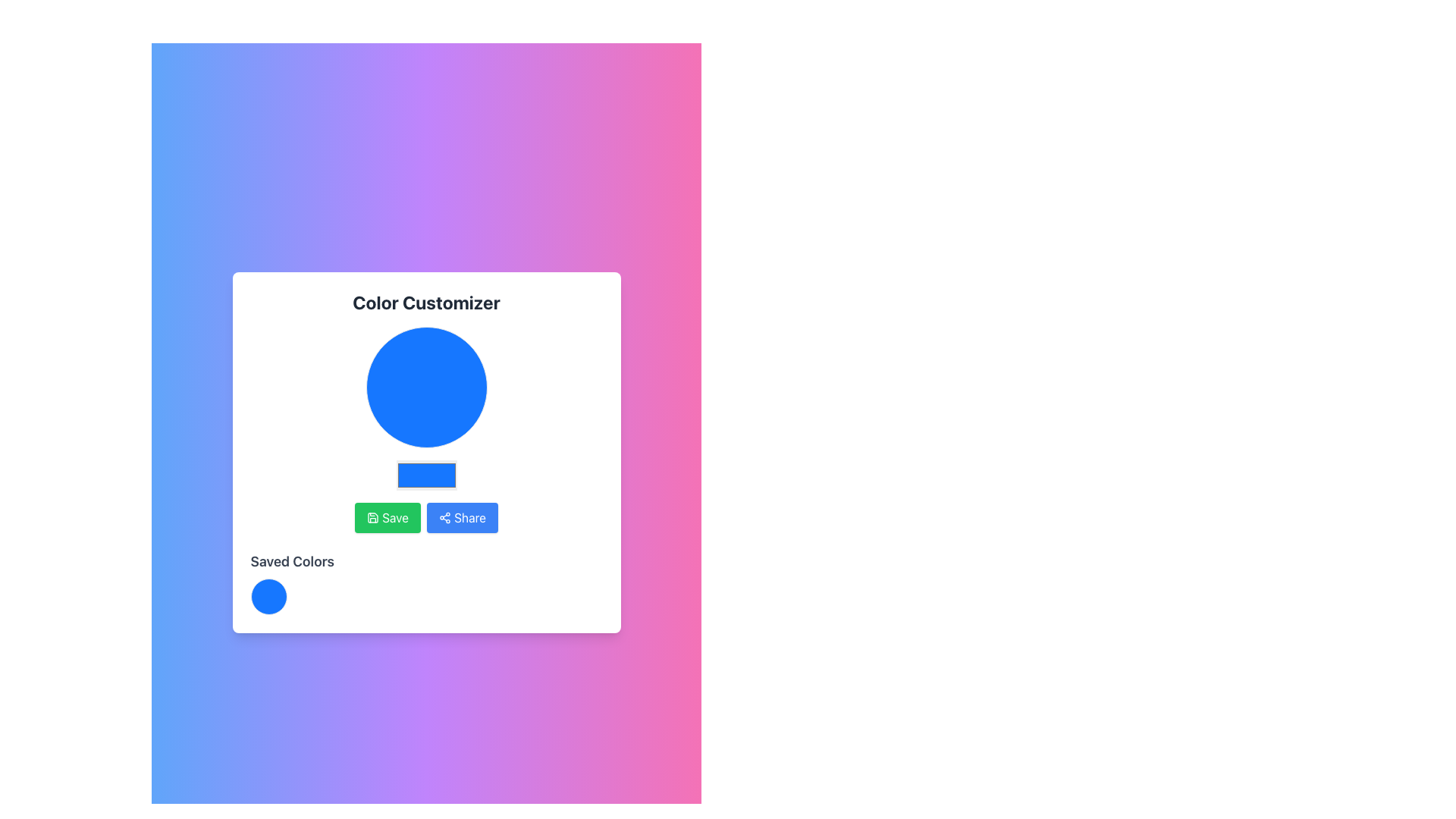  What do you see at coordinates (425, 595) in the screenshot?
I see `the first interactive element in the 'Saved Colors' section` at bounding box center [425, 595].